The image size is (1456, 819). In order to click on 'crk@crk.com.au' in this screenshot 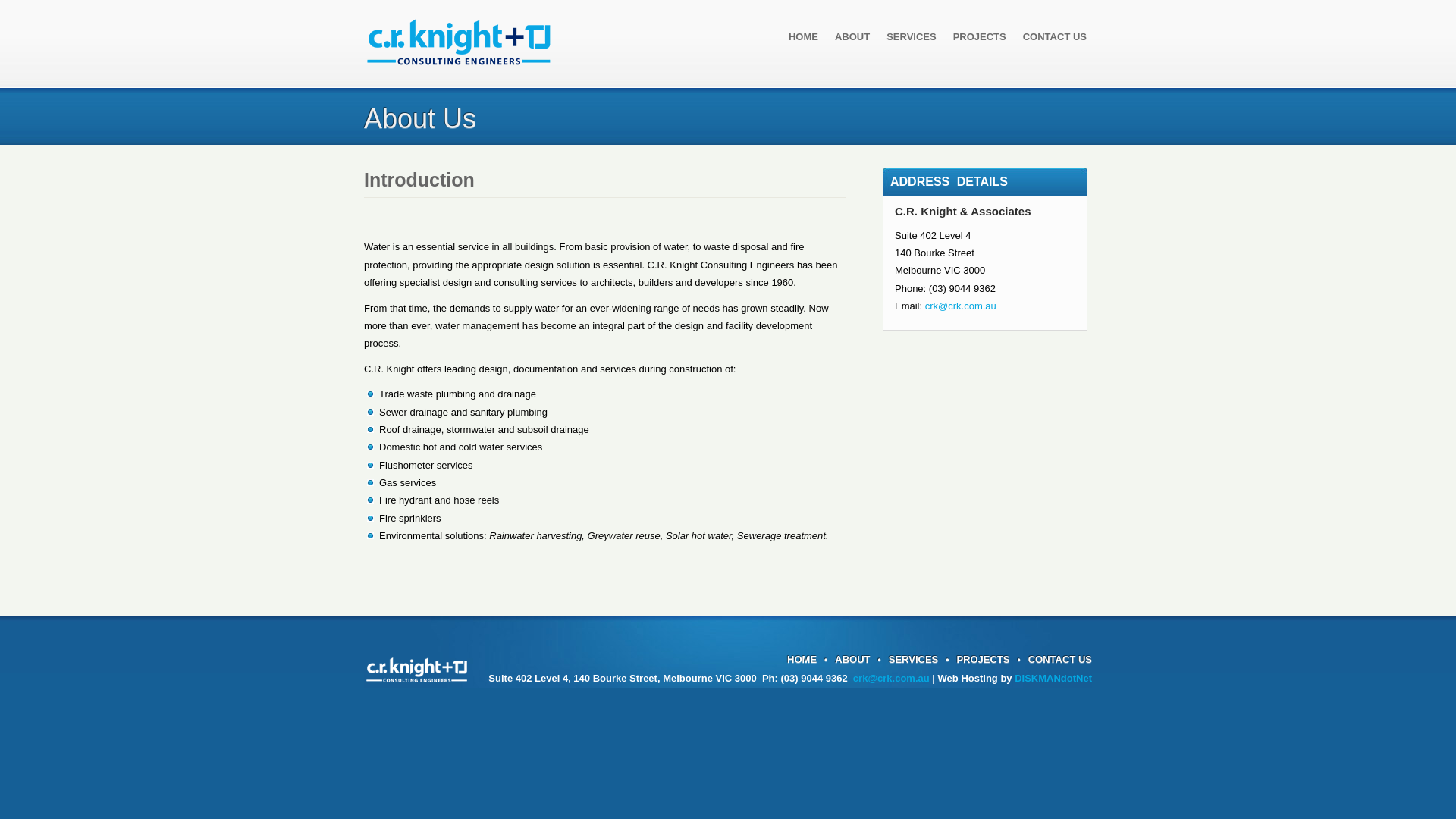, I will do `click(960, 306)`.